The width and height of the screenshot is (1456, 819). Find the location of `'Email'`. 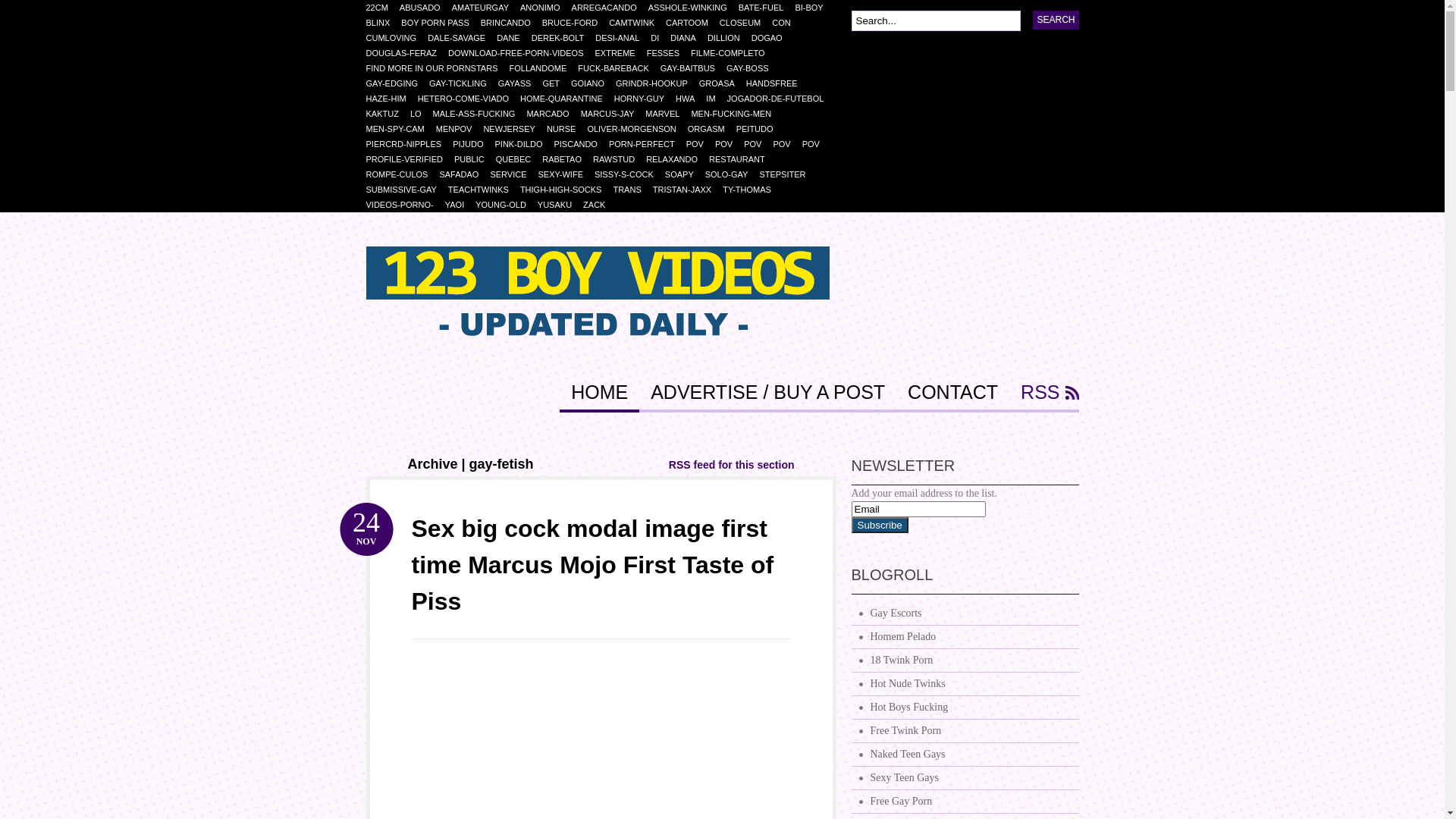

'Email' is located at coordinates (917, 509).